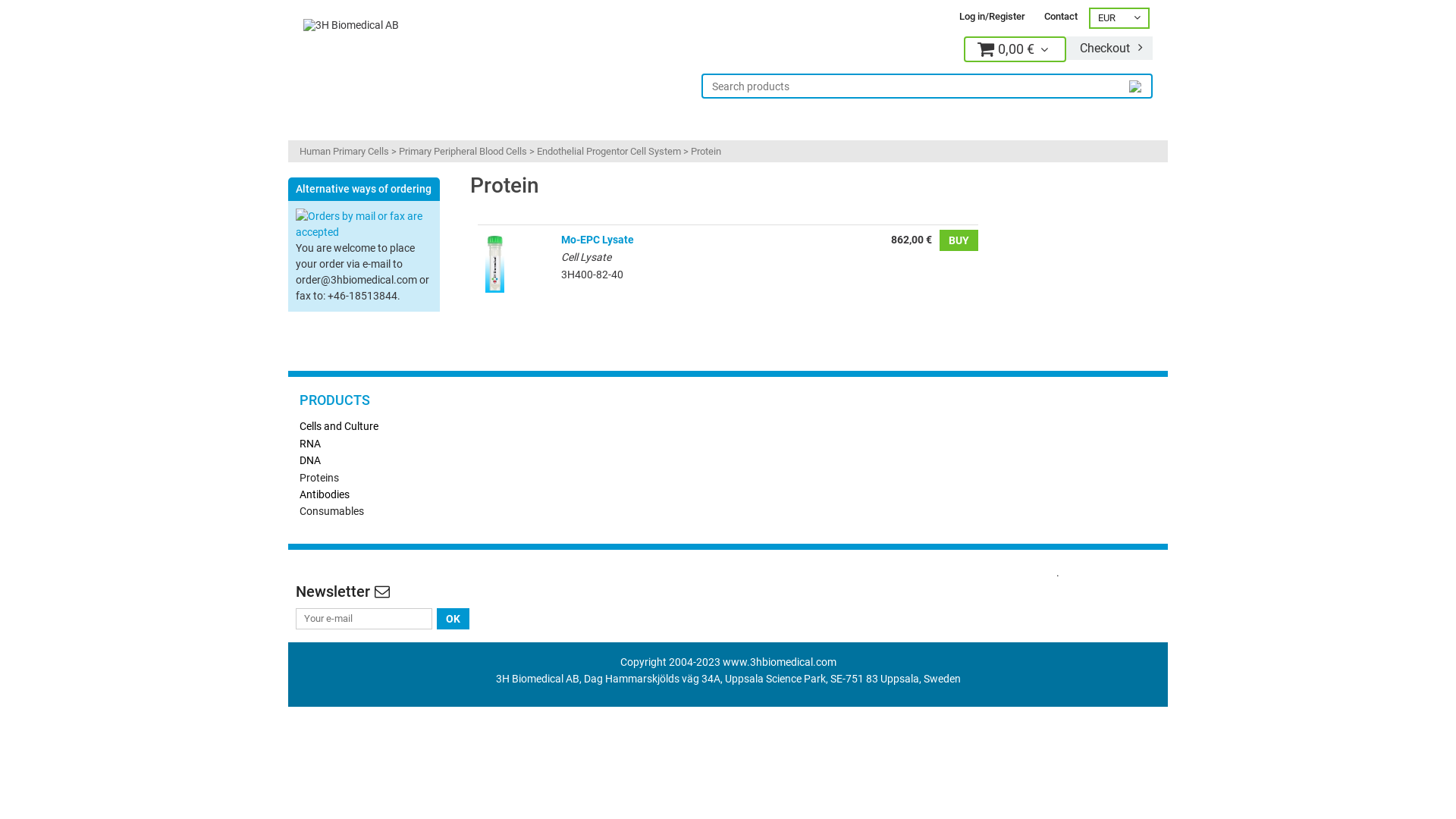 This screenshot has width=1456, height=819. I want to click on 'Checkout', so click(1109, 47).